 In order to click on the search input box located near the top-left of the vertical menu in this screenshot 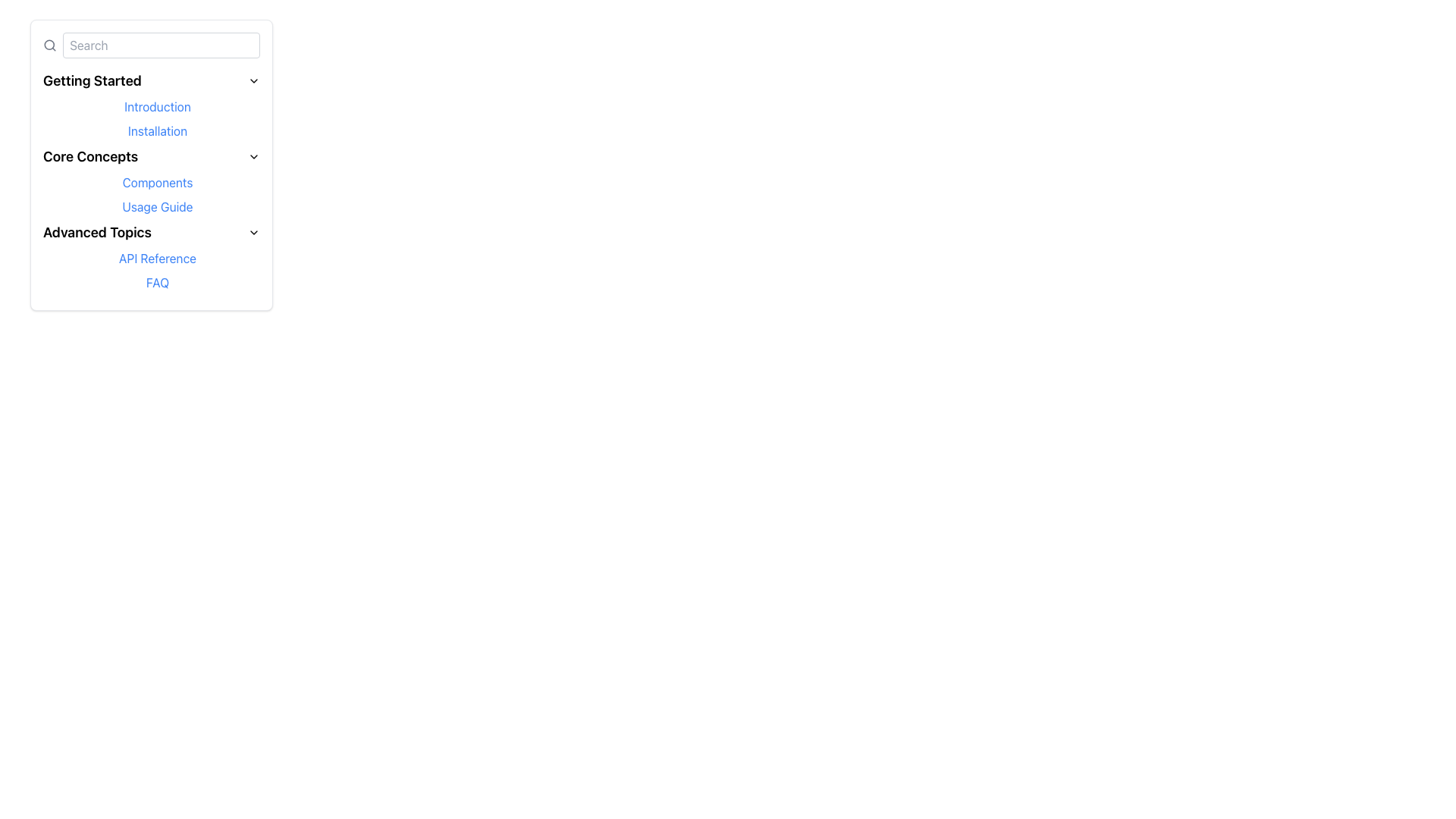, I will do `click(162, 45)`.